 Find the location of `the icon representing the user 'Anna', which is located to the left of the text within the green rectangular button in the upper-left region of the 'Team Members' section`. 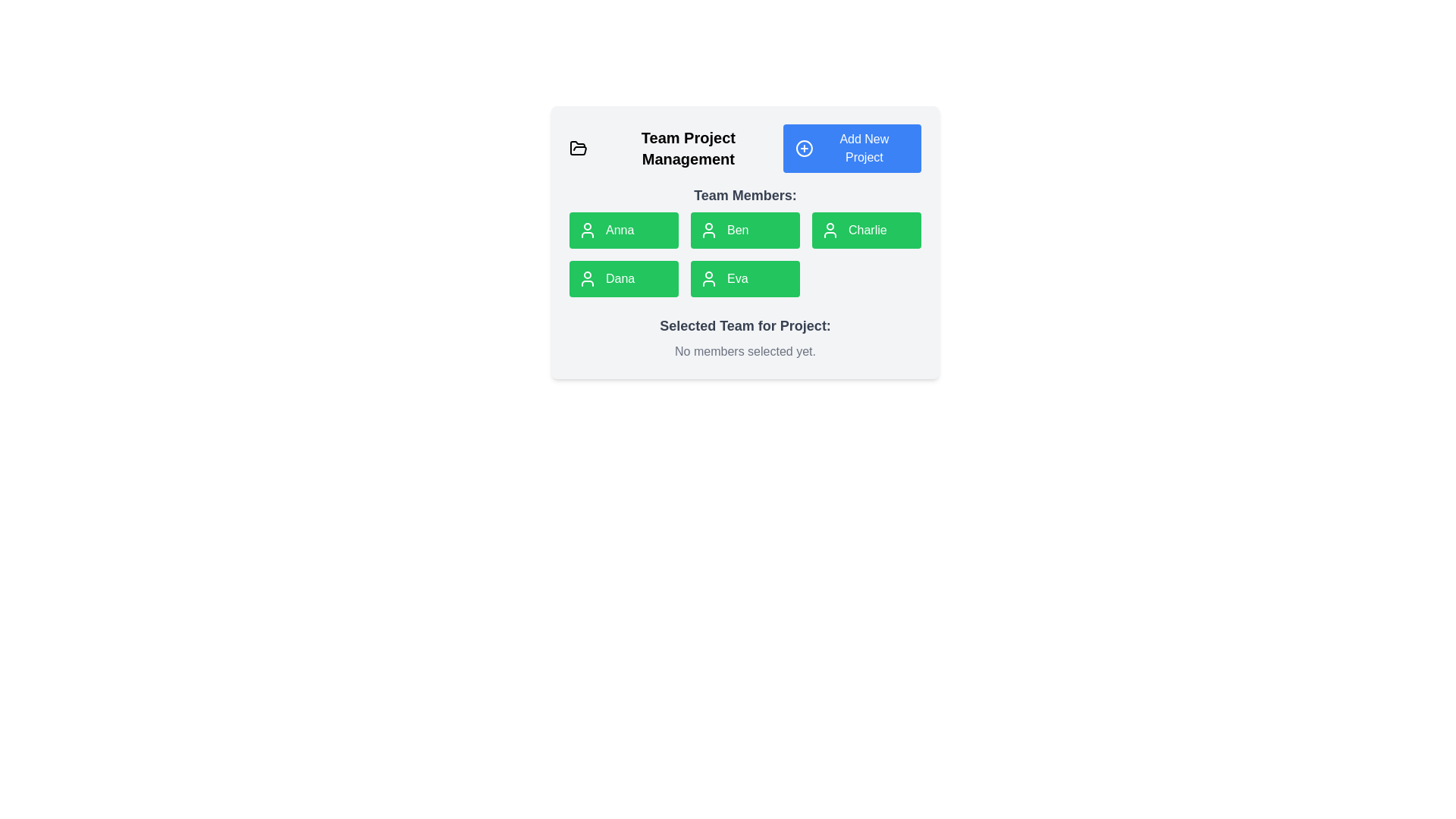

the icon representing the user 'Anna', which is located to the left of the text within the green rectangular button in the upper-left region of the 'Team Members' section is located at coordinates (586, 231).